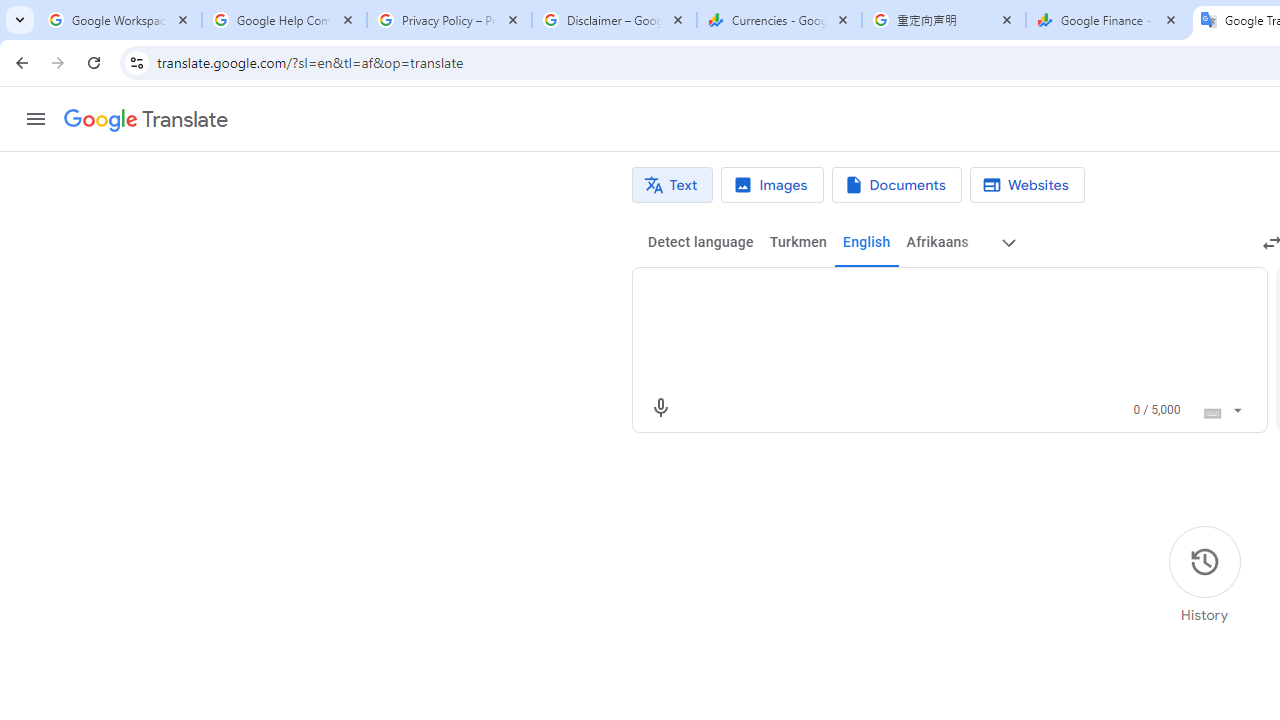  Describe the element at coordinates (936, 242) in the screenshot. I see `'Afrikaans'` at that location.